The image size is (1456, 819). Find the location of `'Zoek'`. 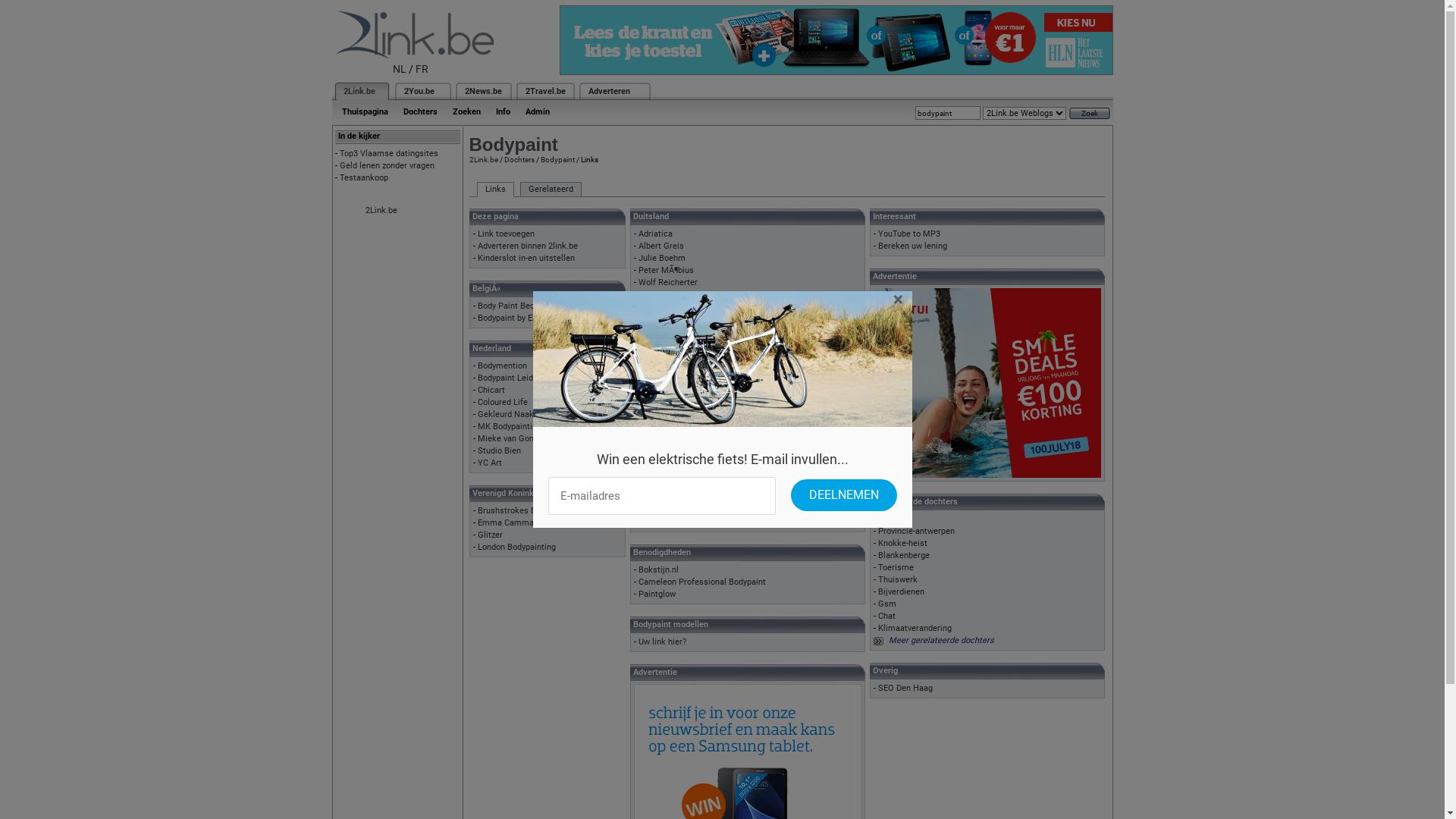

'Zoek' is located at coordinates (1088, 112).